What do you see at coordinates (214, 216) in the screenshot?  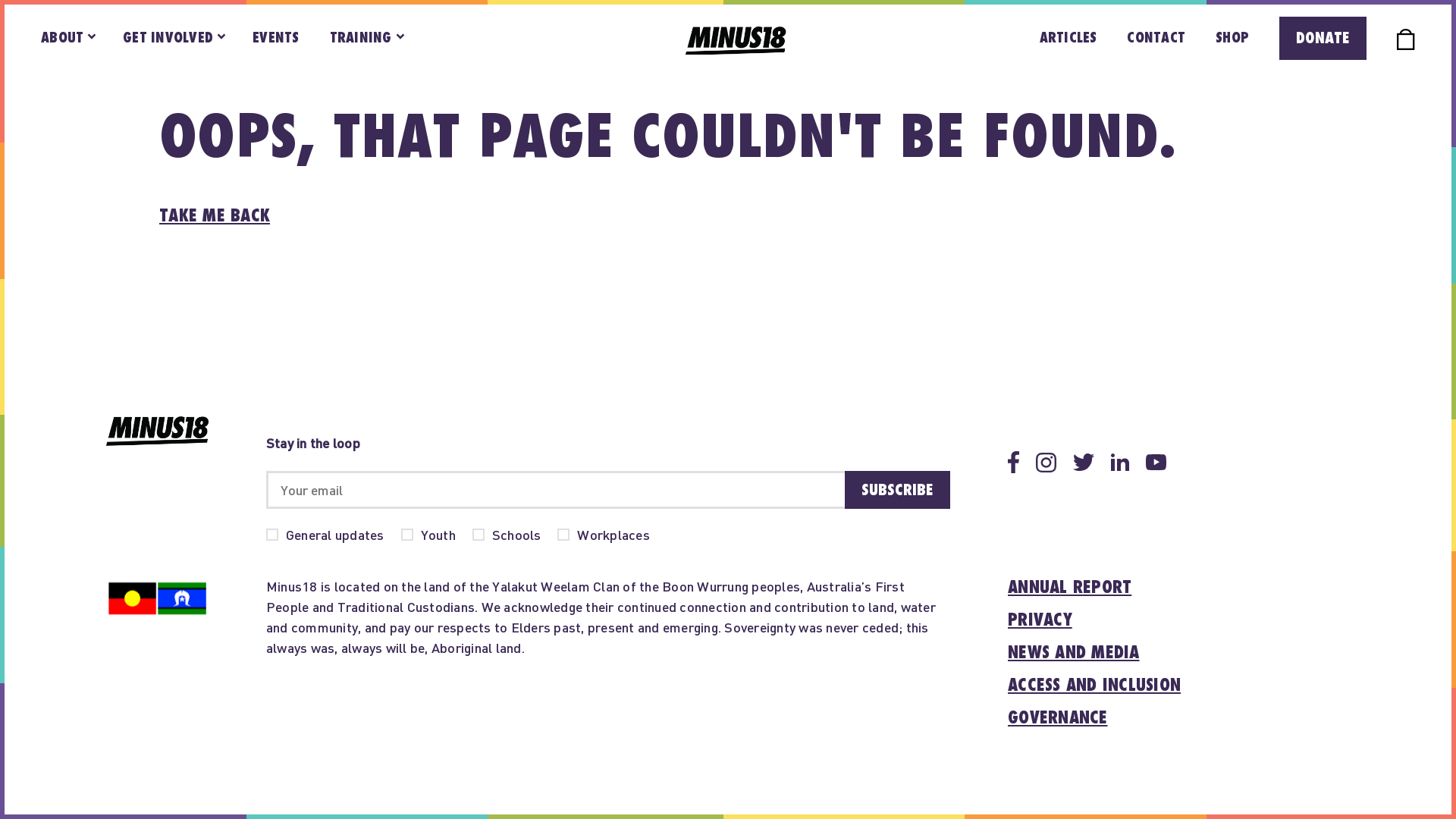 I see `'TAKE ME BACK'` at bounding box center [214, 216].